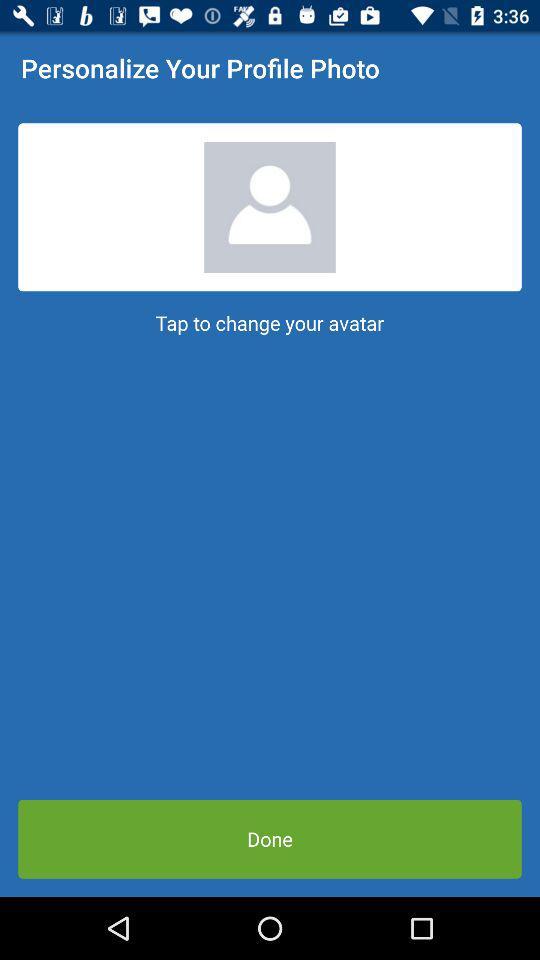  What do you see at coordinates (270, 207) in the screenshot?
I see `the app below personalize your profile icon` at bounding box center [270, 207].